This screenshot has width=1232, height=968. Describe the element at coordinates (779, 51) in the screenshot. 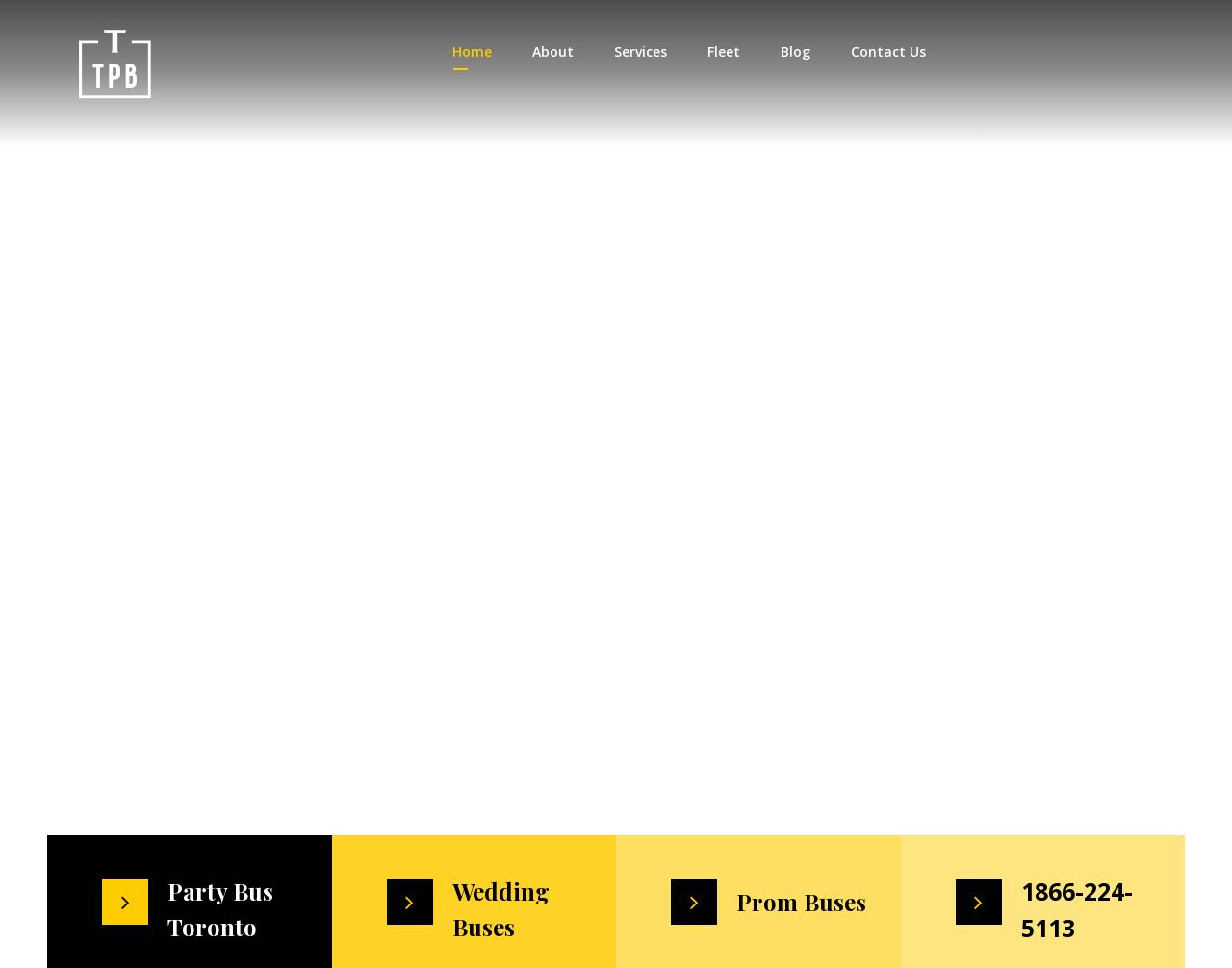

I see `'Blog'` at that location.